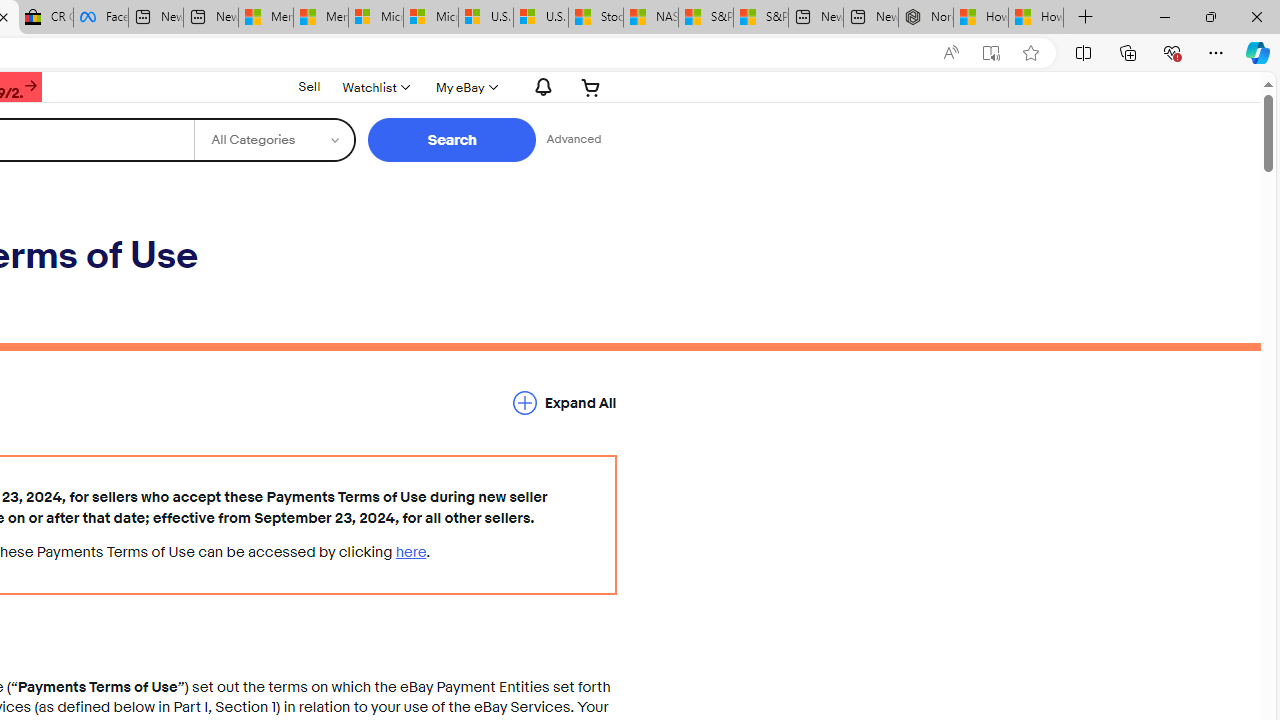 Image resolution: width=1280 pixels, height=720 pixels. I want to click on 'WatchlistExpand Watch List', so click(375, 86).